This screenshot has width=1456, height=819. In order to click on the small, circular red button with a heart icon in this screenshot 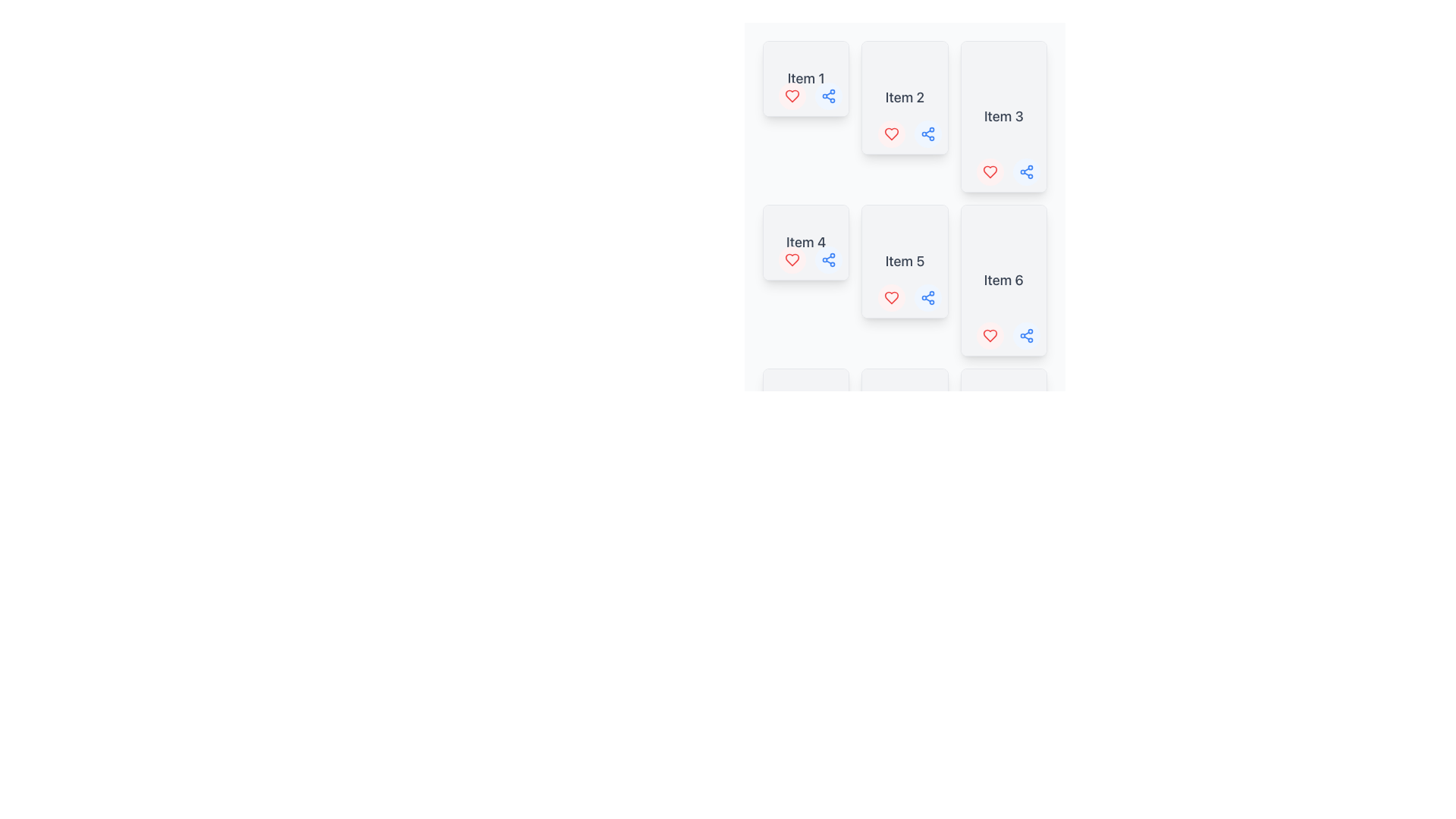, I will do `click(990, 500)`.